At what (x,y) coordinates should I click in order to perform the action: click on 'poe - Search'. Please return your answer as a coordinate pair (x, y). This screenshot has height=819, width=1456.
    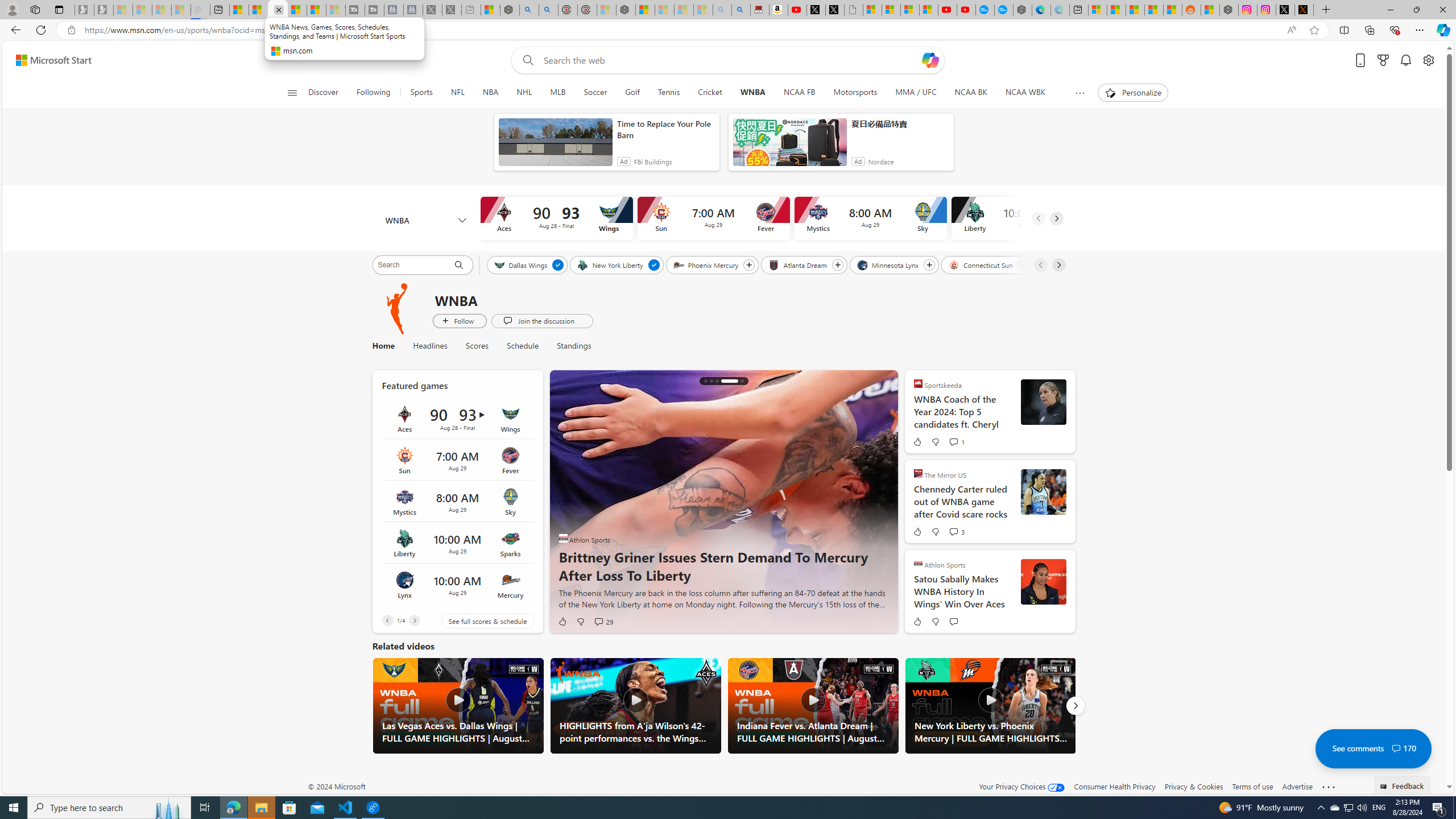
    Looking at the image, I should click on (528, 9).